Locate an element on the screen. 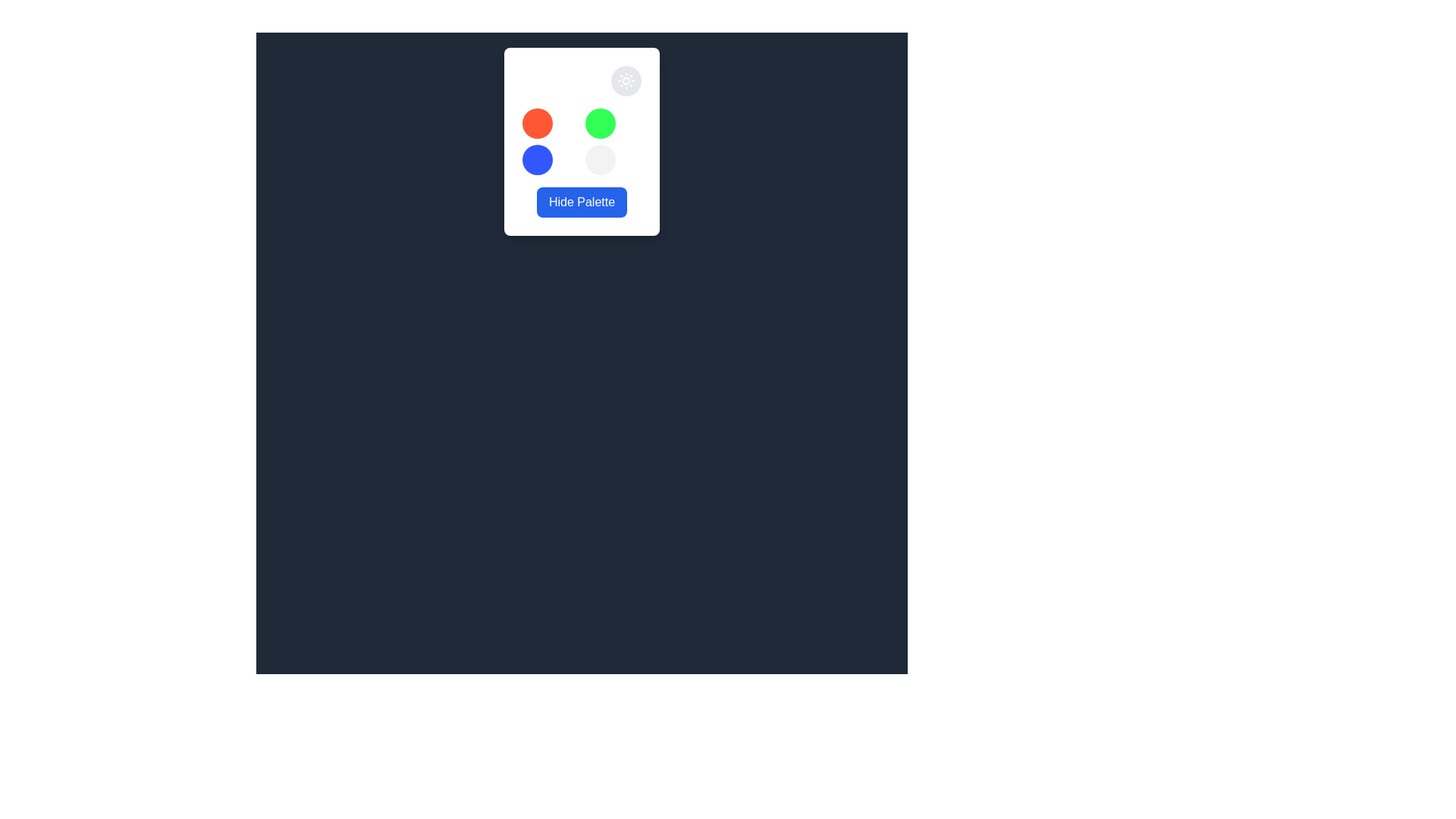 This screenshot has height=819, width=1456. the circular indicator located in the bottom-left position of a grid layout consisting of four circular items is located at coordinates (538, 160).